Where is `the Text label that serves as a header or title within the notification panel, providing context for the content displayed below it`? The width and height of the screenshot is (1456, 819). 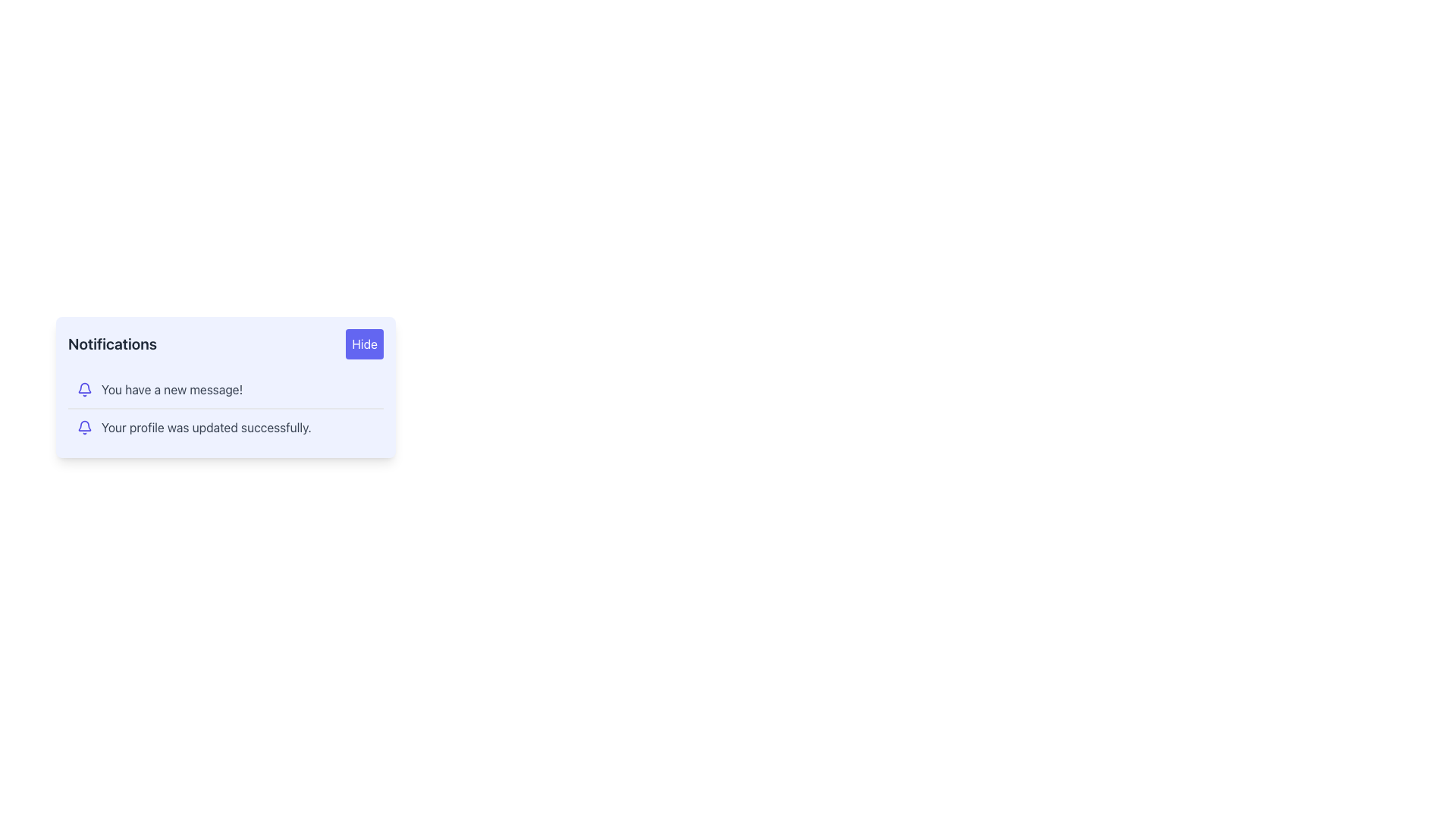 the Text label that serves as a header or title within the notification panel, providing context for the content displayed below it is located at coordinates (111, 344).